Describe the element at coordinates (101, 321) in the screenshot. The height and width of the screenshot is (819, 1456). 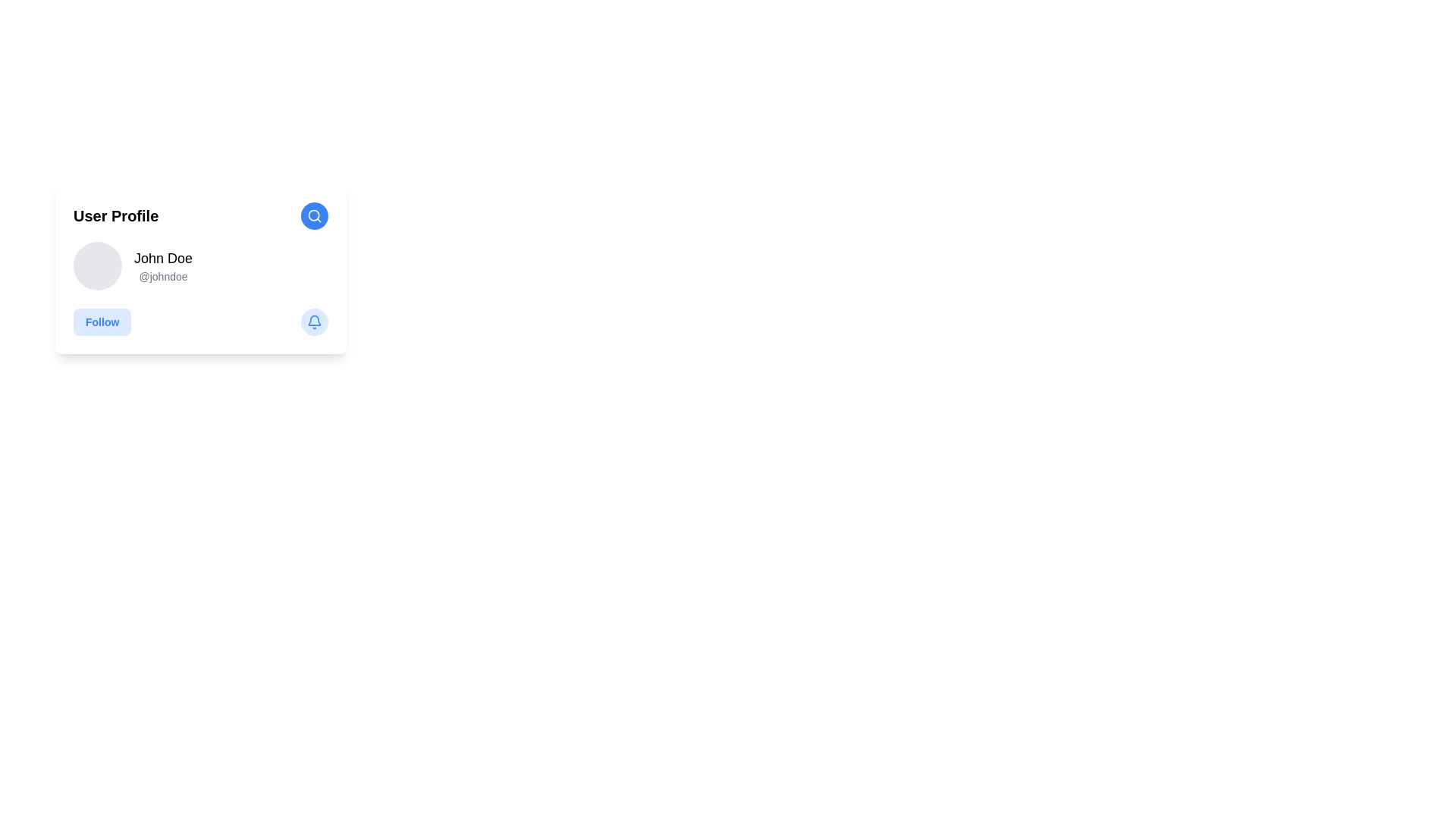
I see `the follow button located at the bottom-left of the user profile section to follow the user` at that location.